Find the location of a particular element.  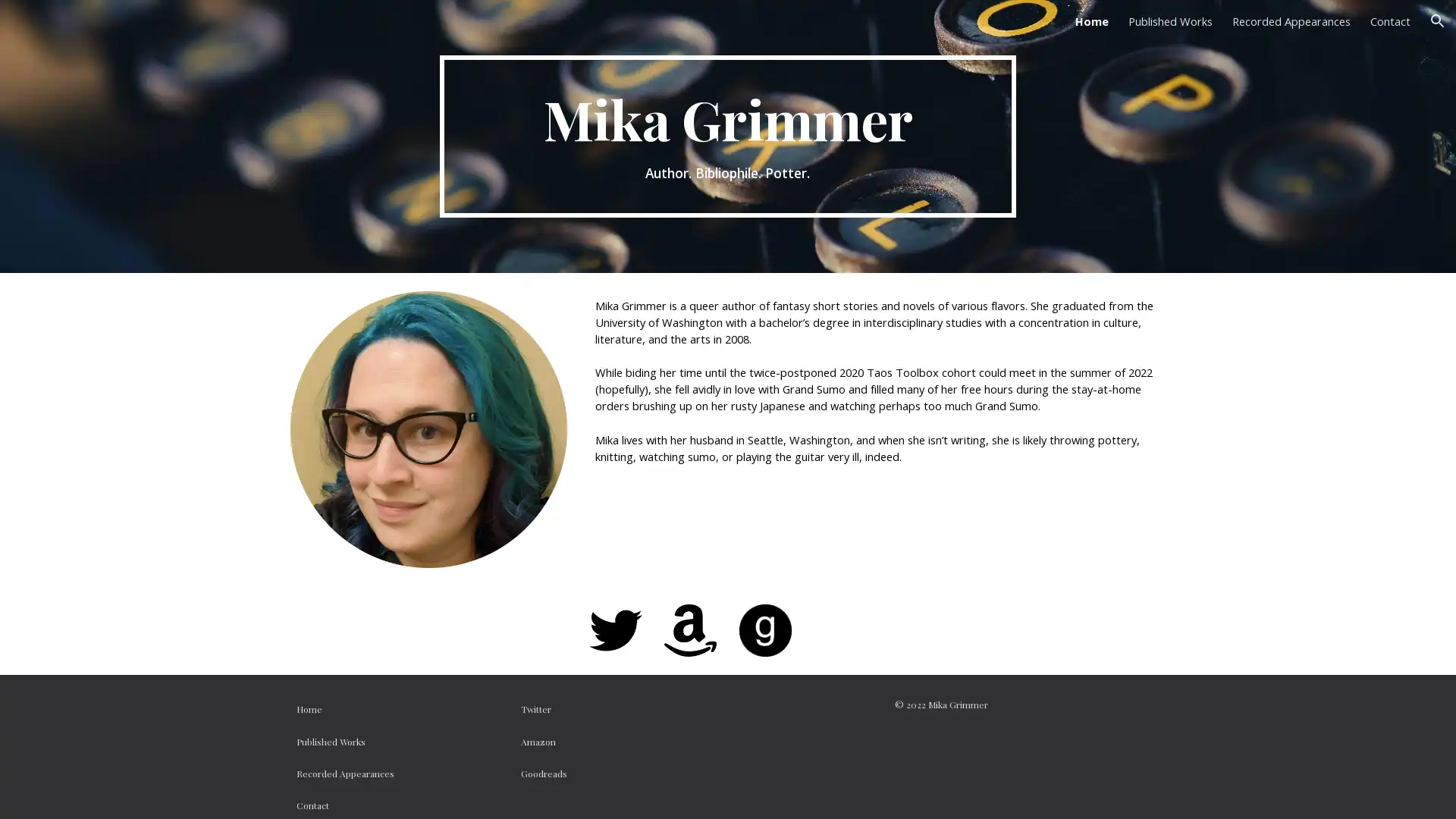

Skip to navigation is located at coordinates (864, 28).